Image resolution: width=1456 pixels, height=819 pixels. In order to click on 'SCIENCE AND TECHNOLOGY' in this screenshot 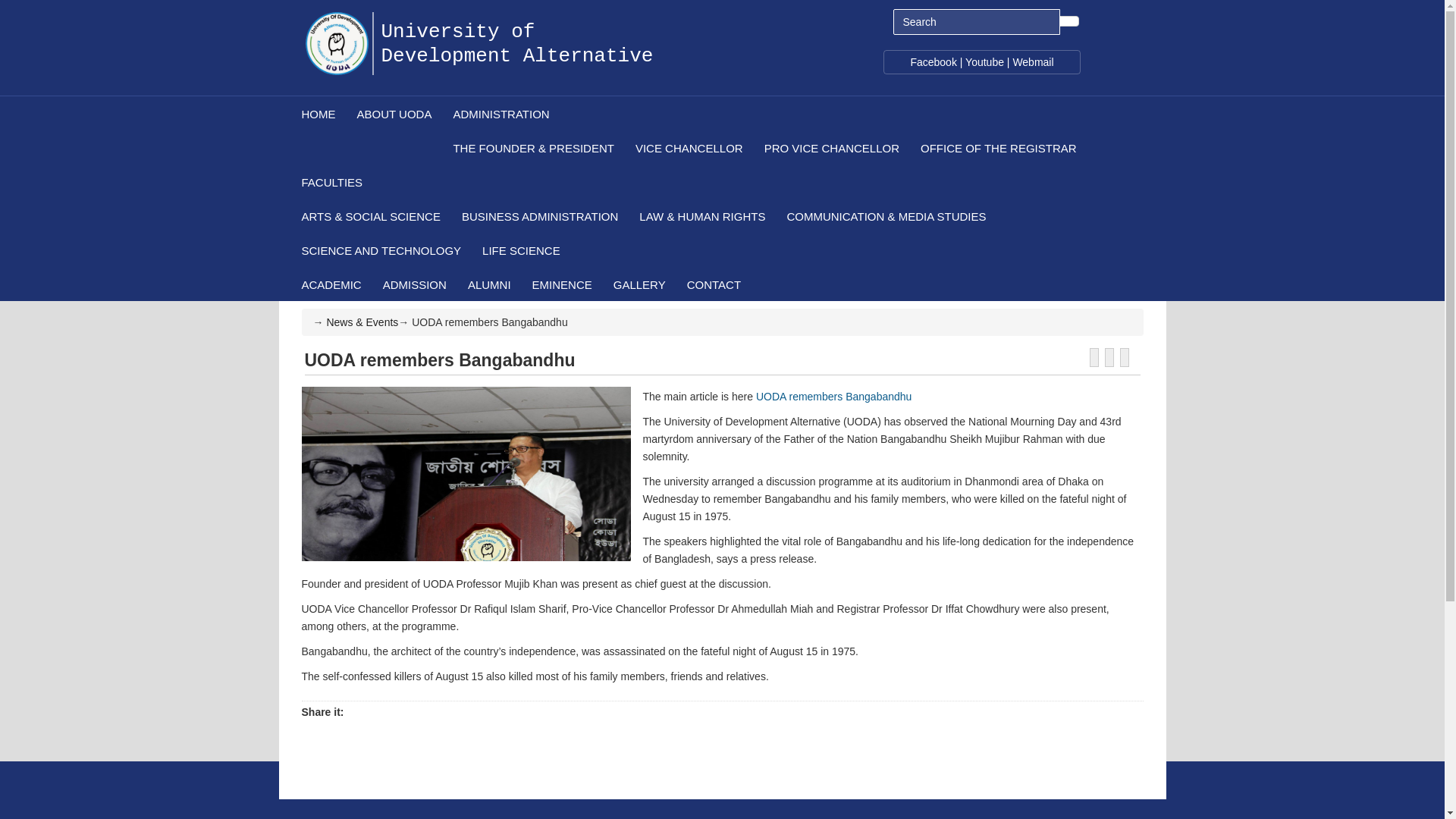, I will do `click(290, 249)`.